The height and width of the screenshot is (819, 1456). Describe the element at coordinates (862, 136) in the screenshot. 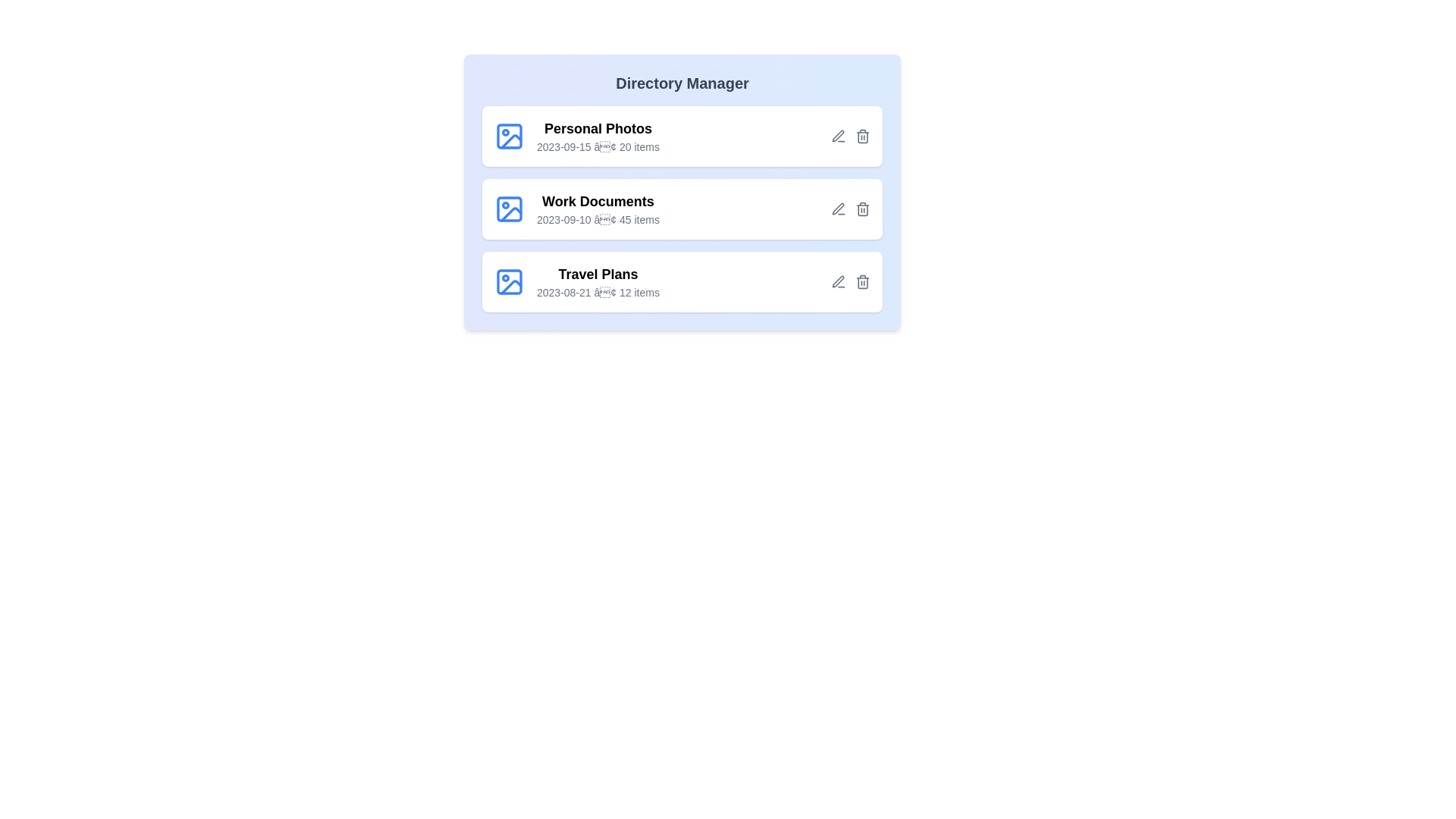

I see `the delete icon for the directory named Personal Photos` at that location.